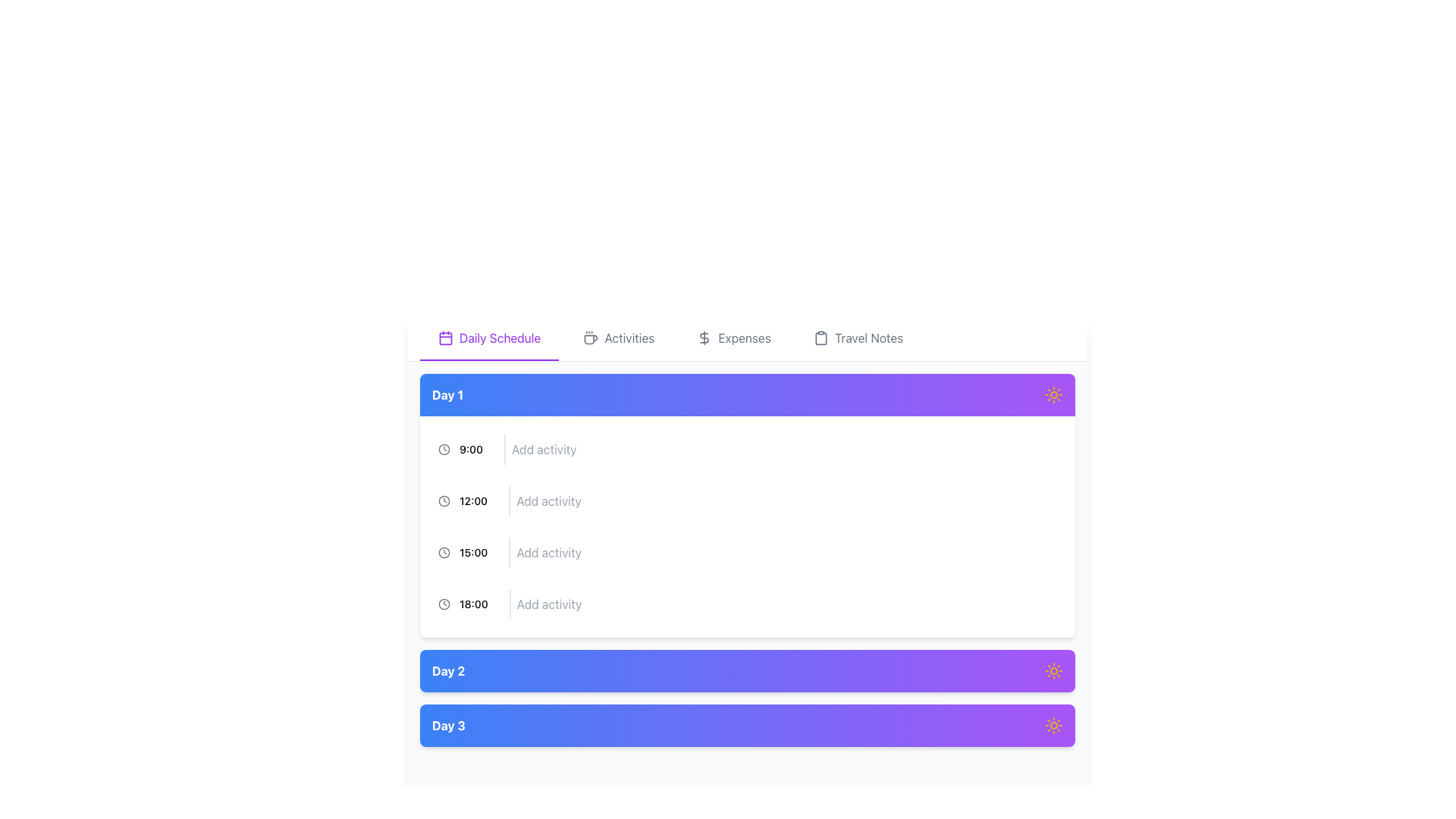  What do you see at coordinates (443, 604) in the screenshot?
I see `the clock icon with a circular outline and two thin hands, located in the 'Day 1' section next to the '18:00' text` at bounding box center [443, 604].